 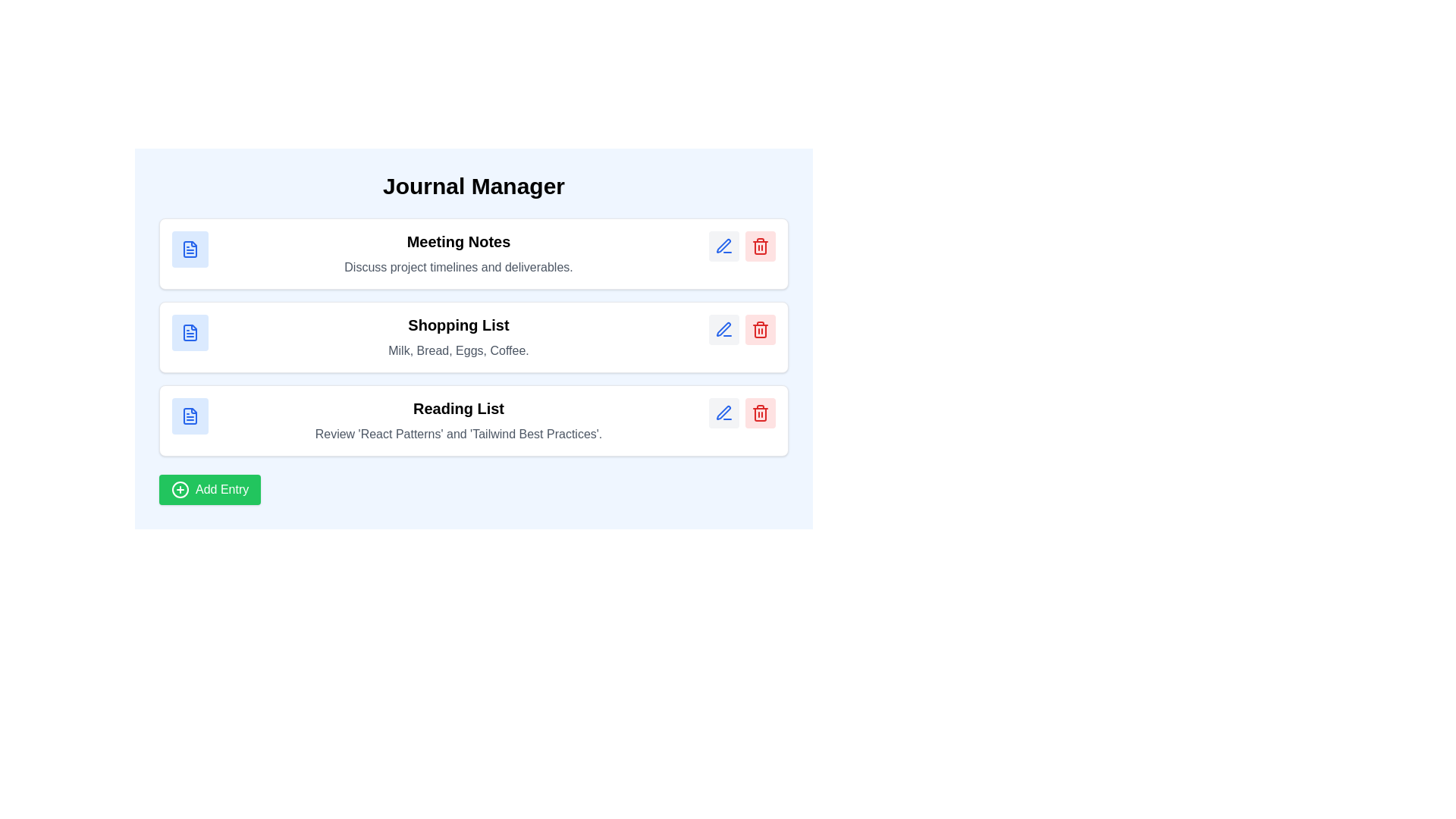 I want to click on text of the header indicating the title 'Shopping List', which is the second entry in the list, located below 'Meeting Notes' and above 'Reading List', so click(x=457, y=324).